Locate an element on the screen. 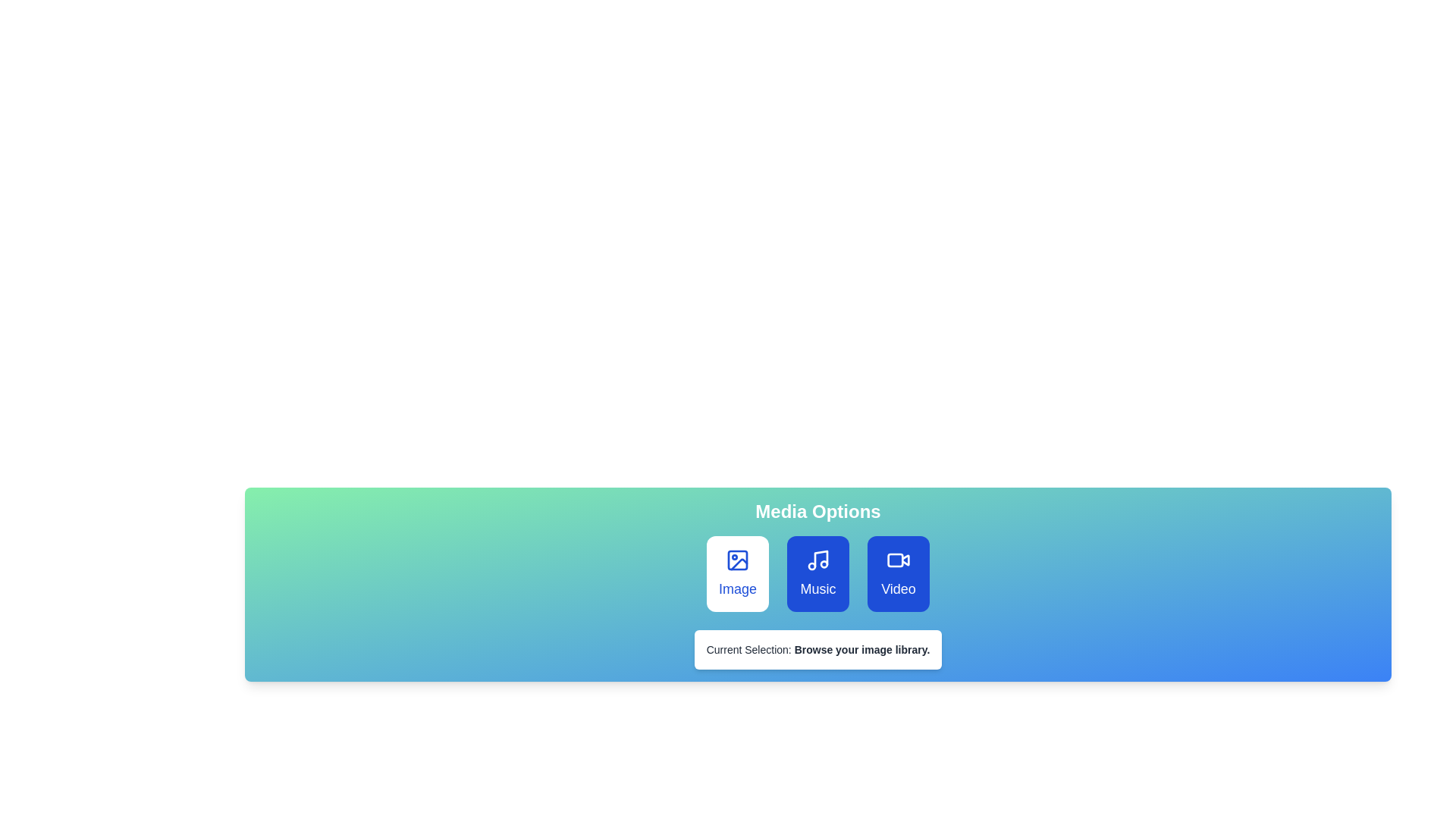 The width and height of the screenshot is (1456, 819). the video camera icon with a blue background and white lines, located in the third button from the left above the text 'Video' is located at coordinates (899, 560).